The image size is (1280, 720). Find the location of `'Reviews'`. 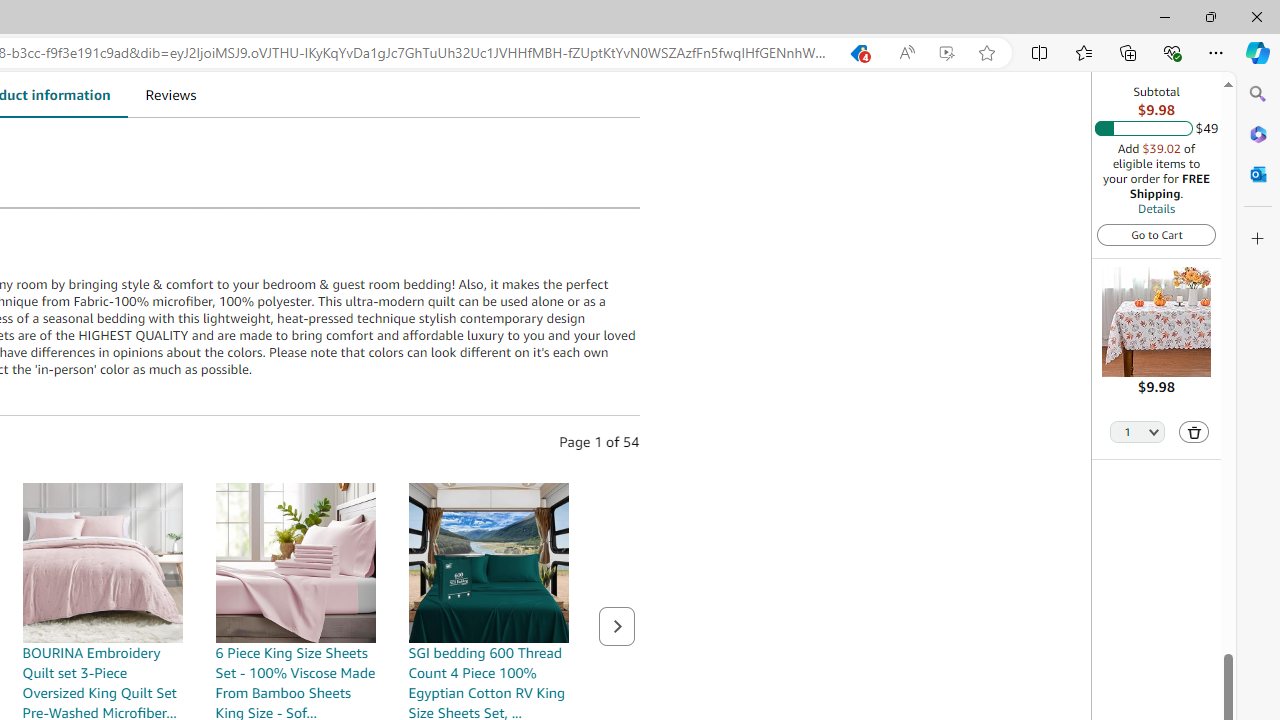

'Reviews' is located at coordinates (170, 94).